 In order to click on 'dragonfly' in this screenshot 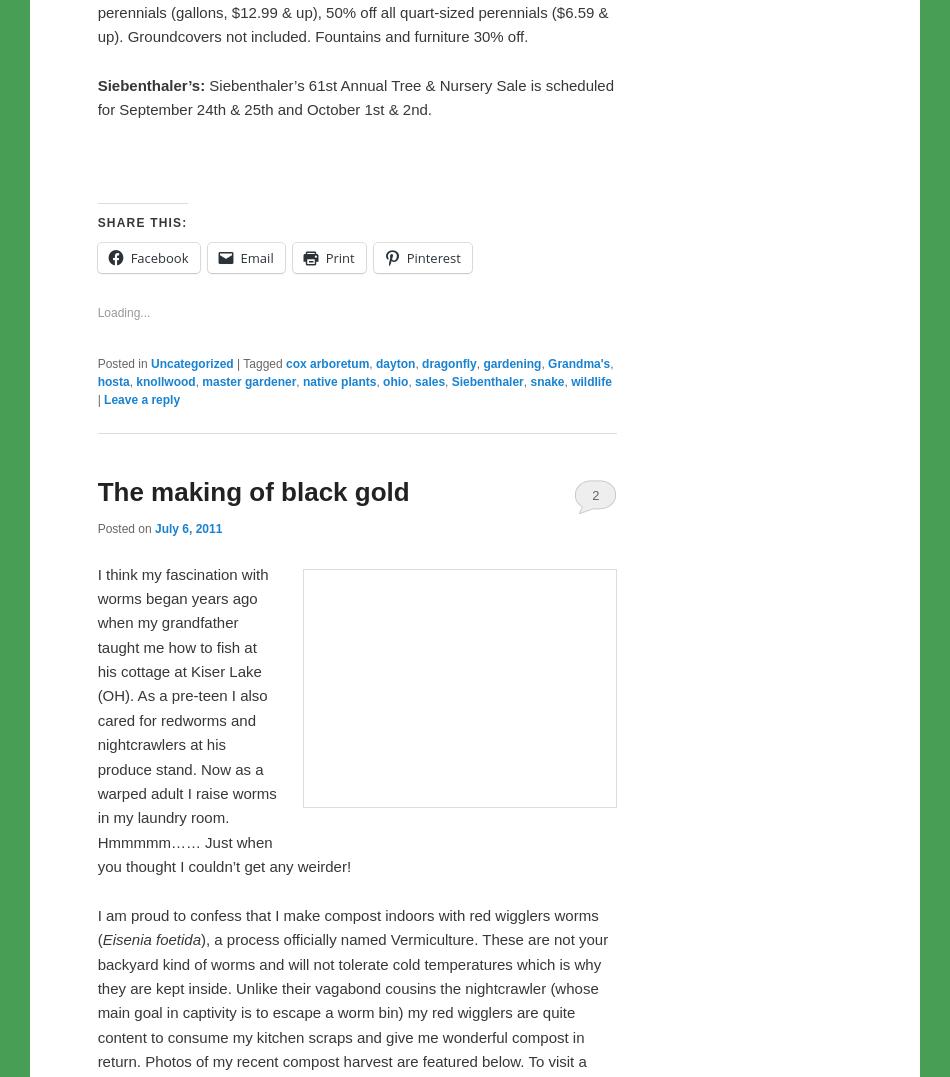, I will do `click(447, 781)`.